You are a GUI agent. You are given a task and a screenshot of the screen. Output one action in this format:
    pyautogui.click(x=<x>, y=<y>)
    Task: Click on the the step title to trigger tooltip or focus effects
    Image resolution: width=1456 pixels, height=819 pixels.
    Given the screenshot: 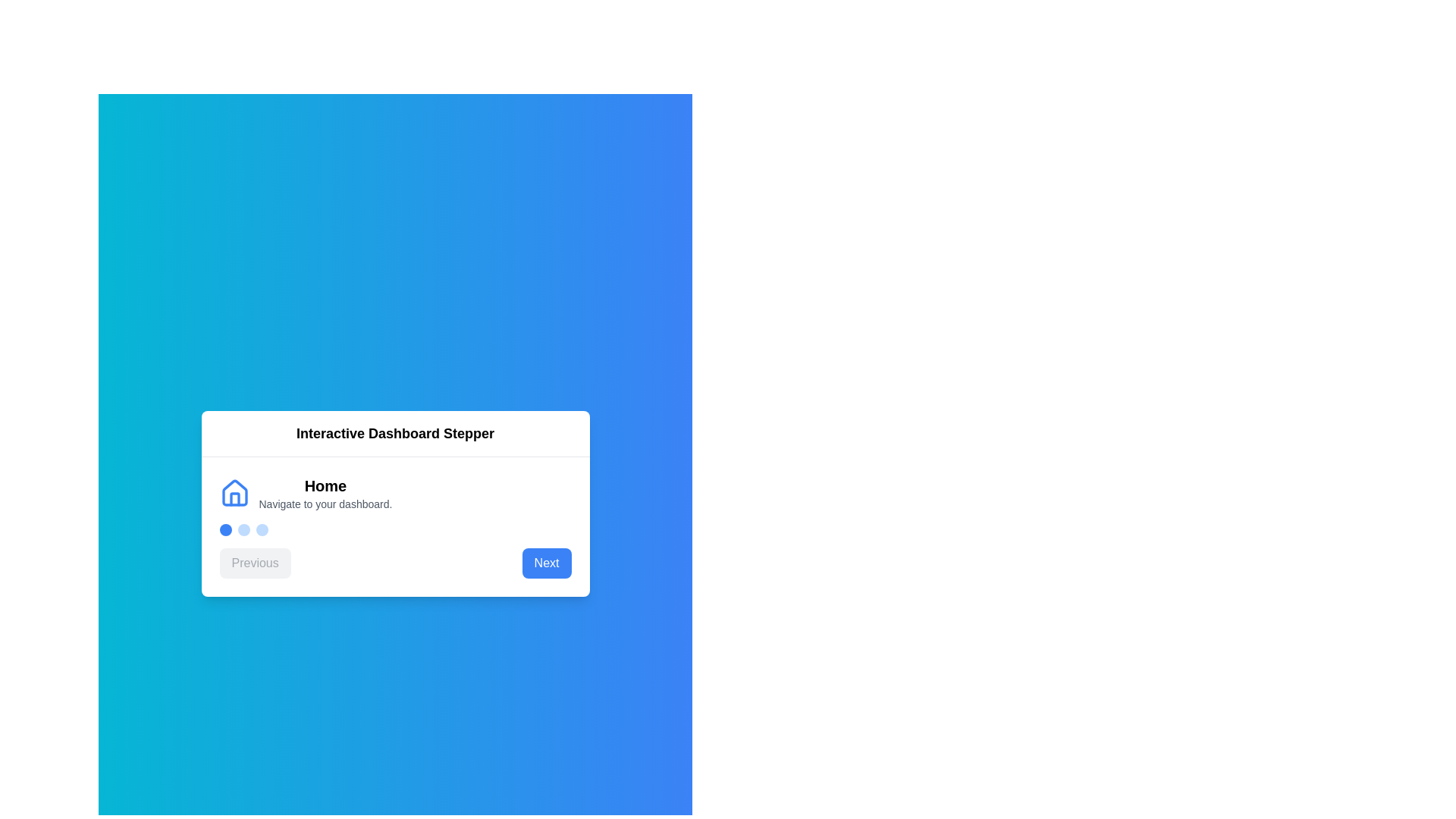 What is the action you would take?
    pyautogui.click(x=324, y=485)
    